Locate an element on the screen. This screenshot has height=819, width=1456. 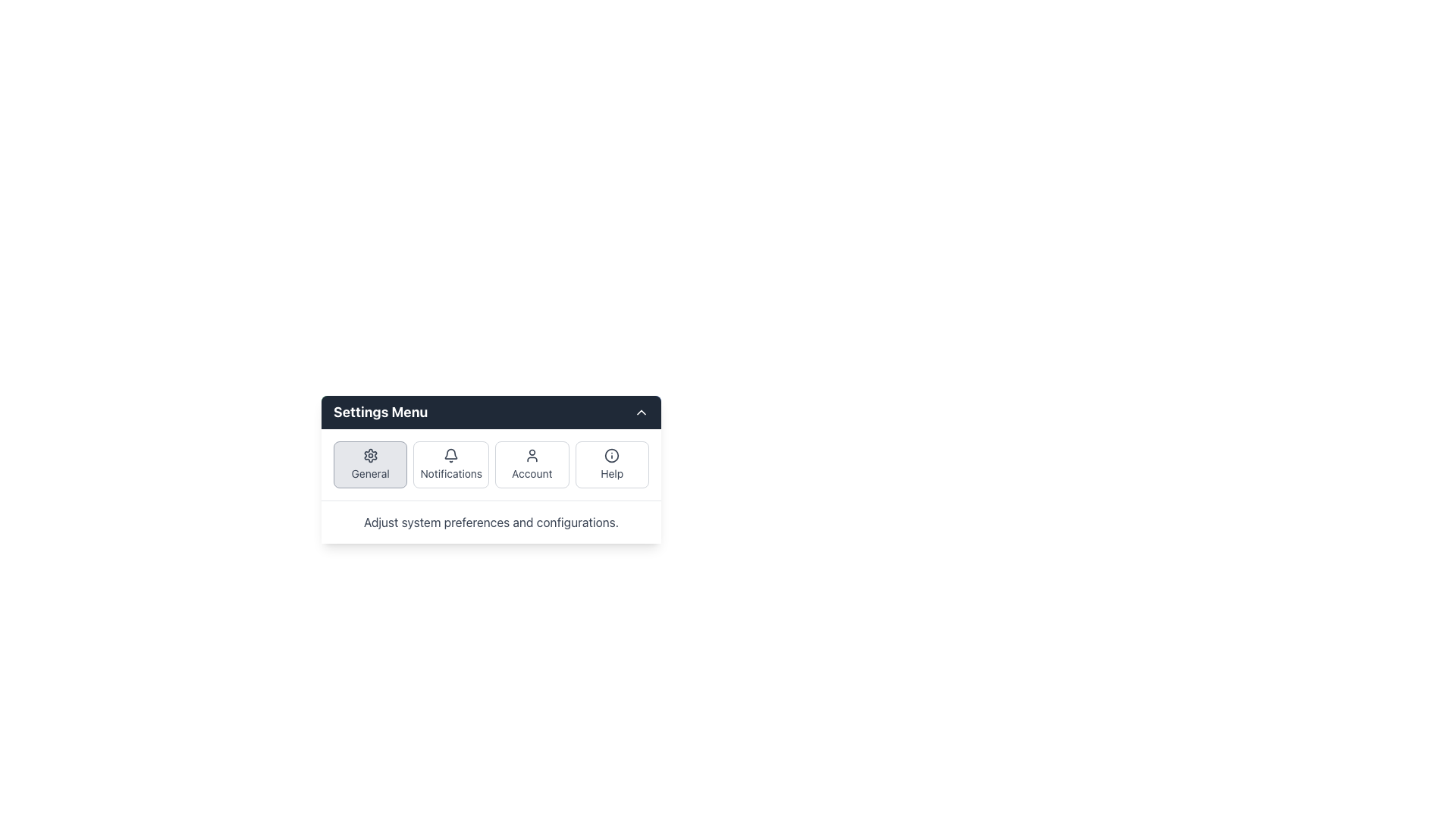
the 'Notifications' button, which is the second button from the left in a row of four options, to get additional information or visual feedback is located at coordinates (450, 464).